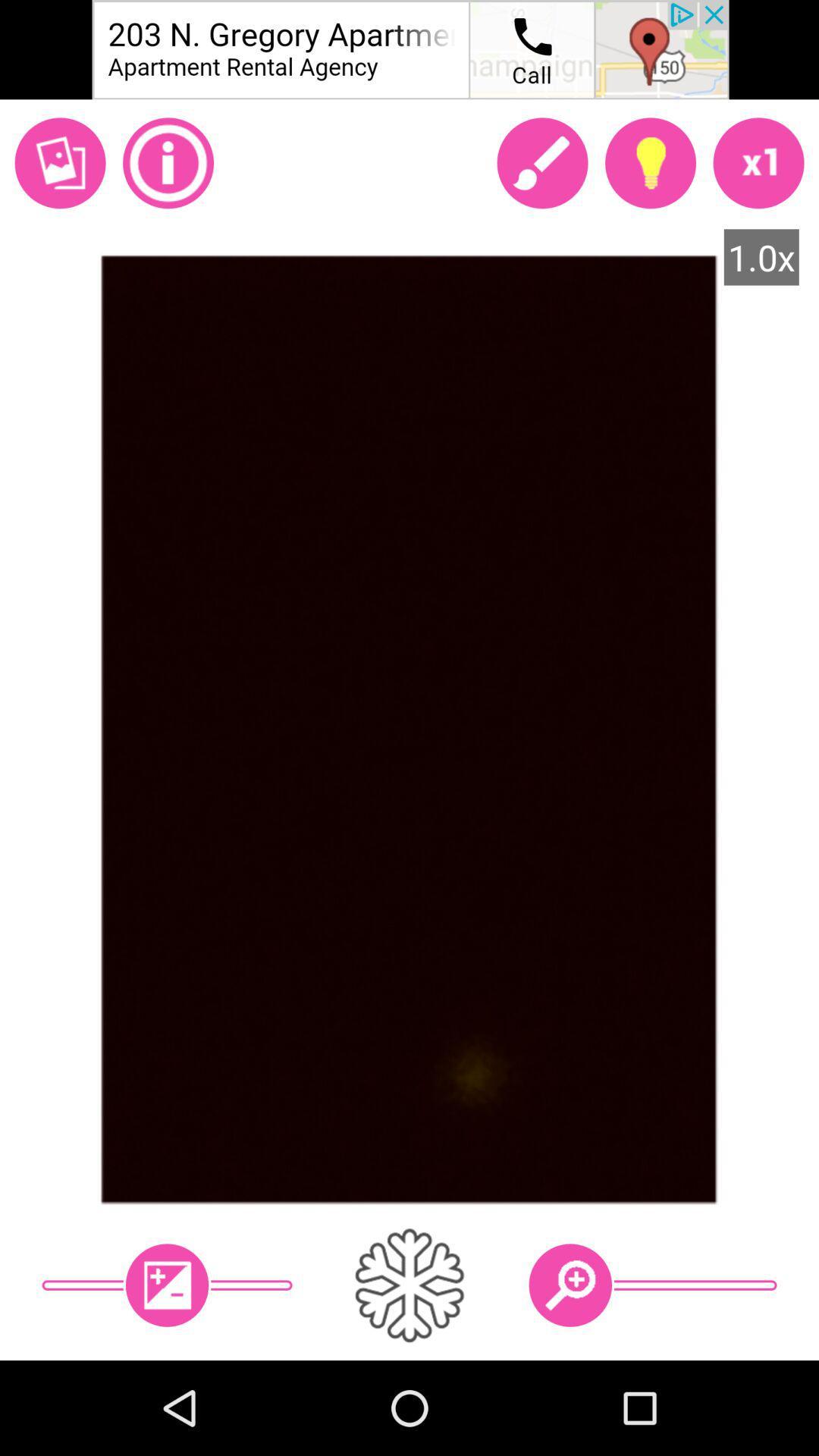  Describe the element at coordinates (541, 163) in the screenshot. I see `the edit icon` at that location.